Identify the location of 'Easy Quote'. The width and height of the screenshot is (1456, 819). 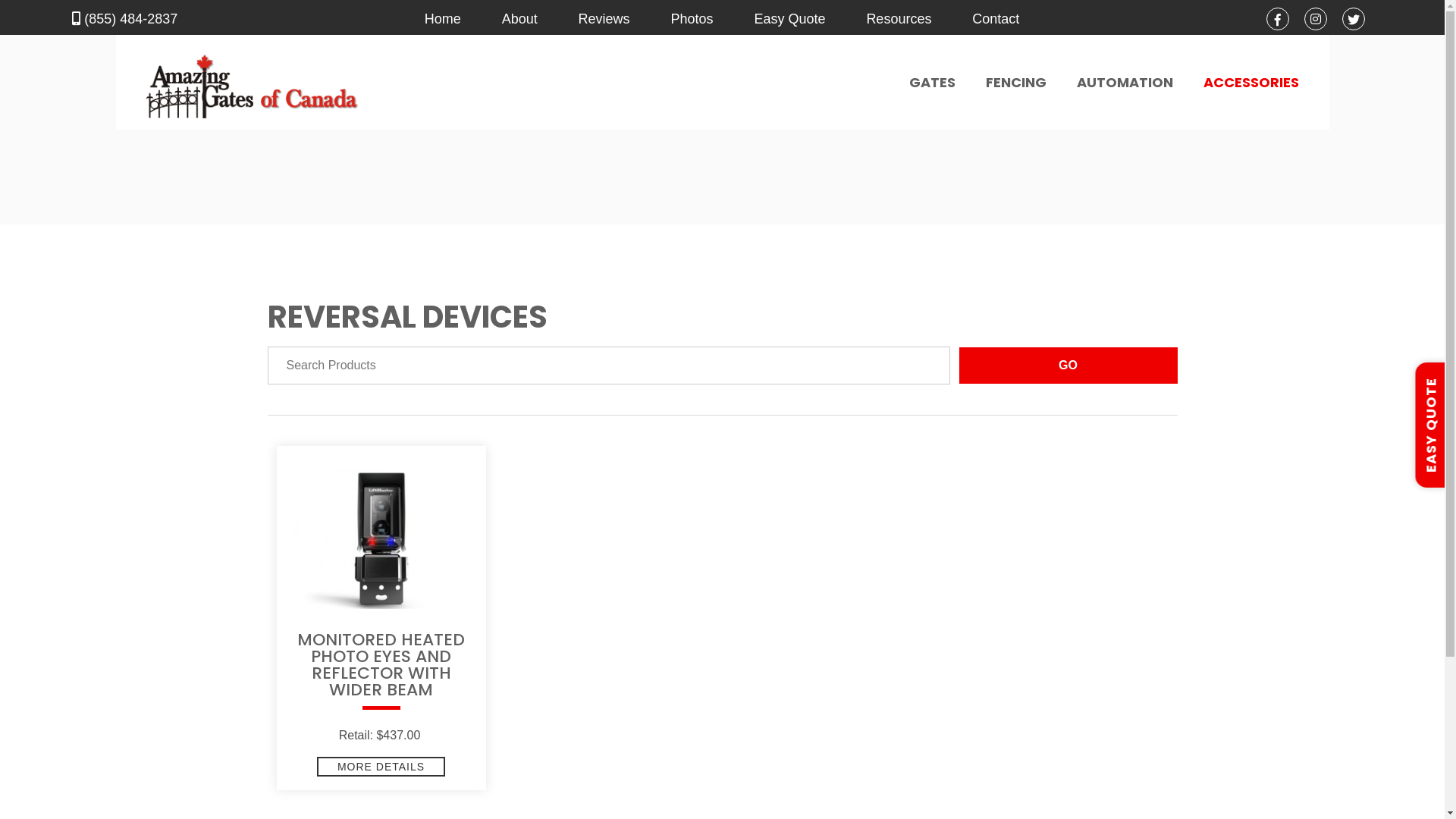
(789, 18).